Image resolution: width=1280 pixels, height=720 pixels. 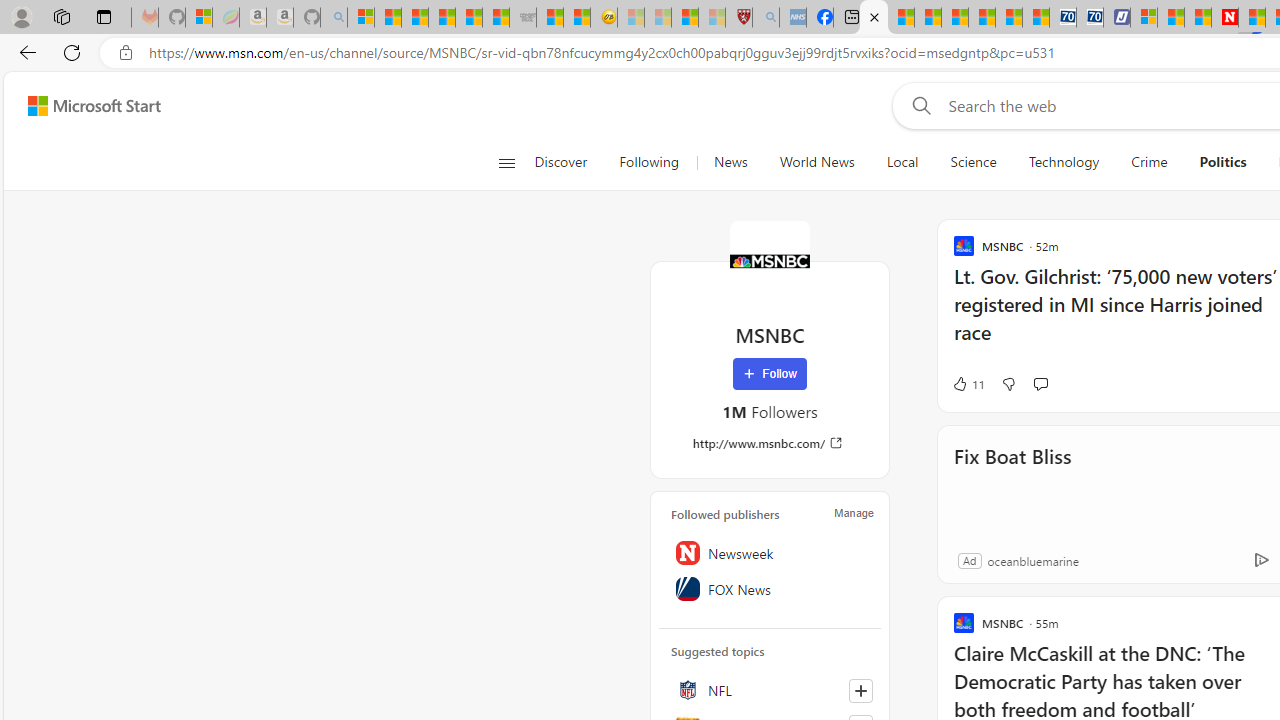 What do you see at coordinates (81, 105) in the screenshot?
I see `'Skip to footer'` at bounding box center [81, 105].